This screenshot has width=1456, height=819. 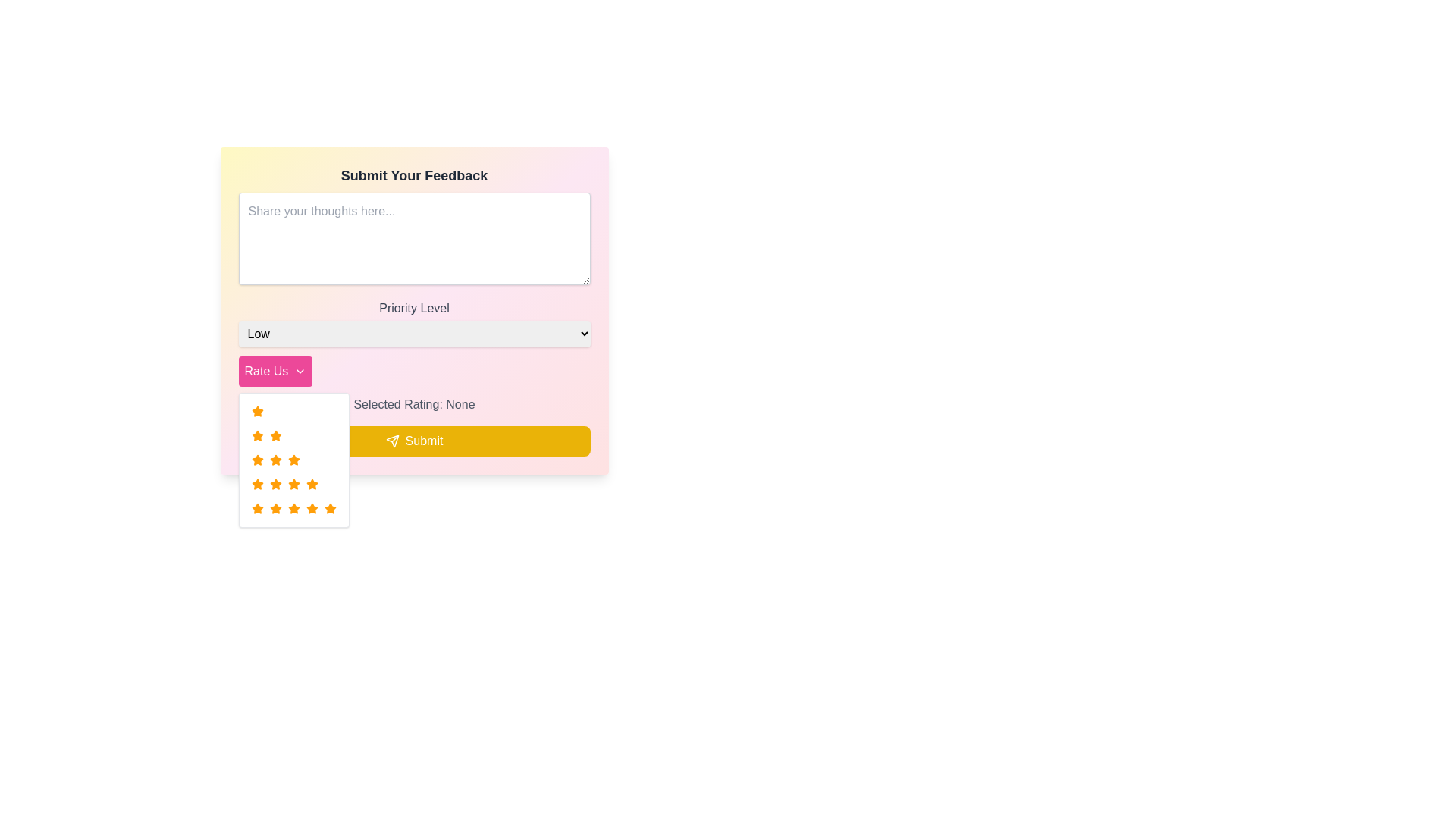 I want to click on the send icon outlined in white on the yellow 'Submit' button located in the lower section of the feedback form interface, so click(x=392, y=441).